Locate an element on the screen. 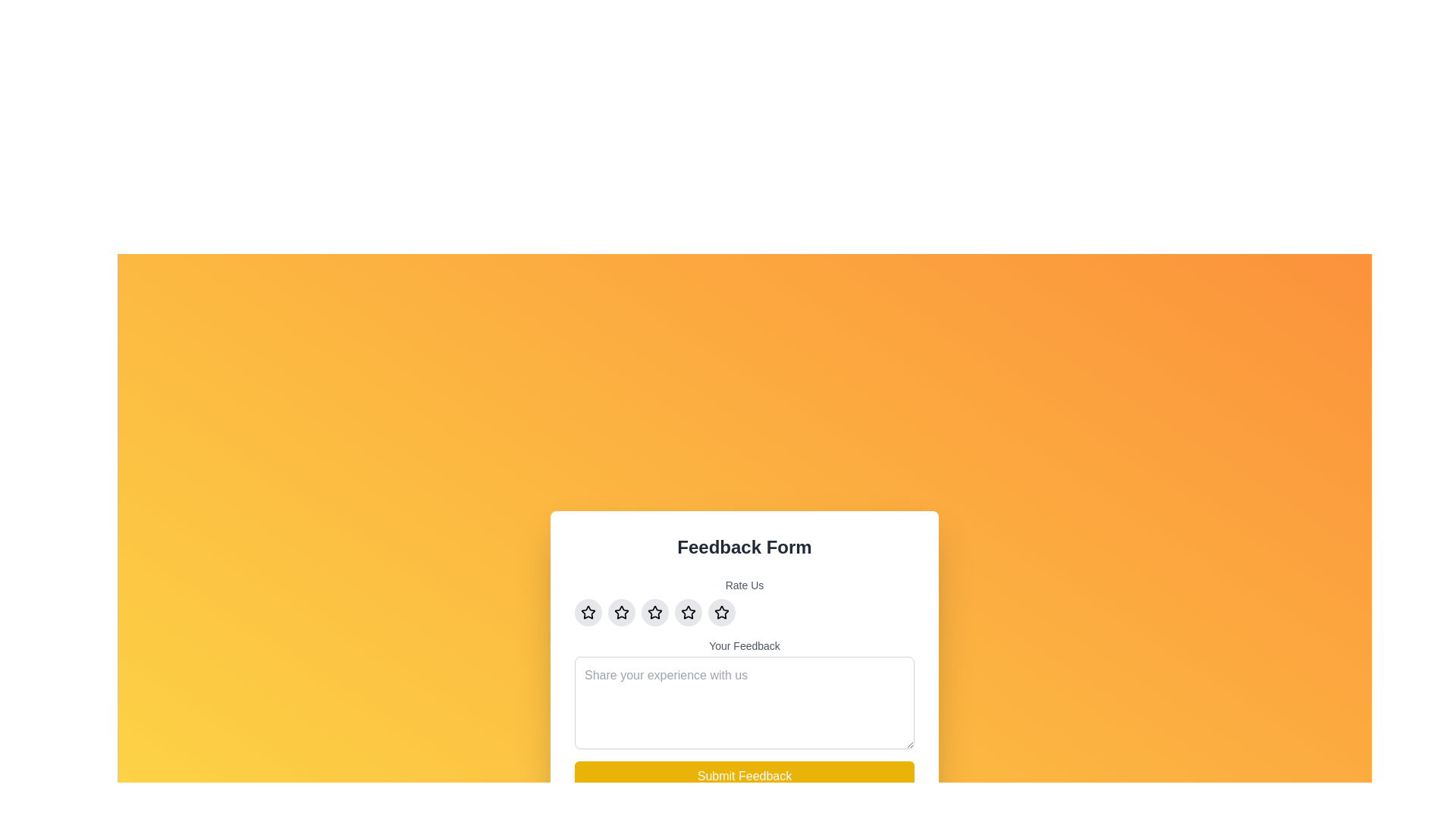 The image size is (1456, 819). the second star-shaped icon in the rating system under the 'Rate Us' label is located at coordinates (622, 611).